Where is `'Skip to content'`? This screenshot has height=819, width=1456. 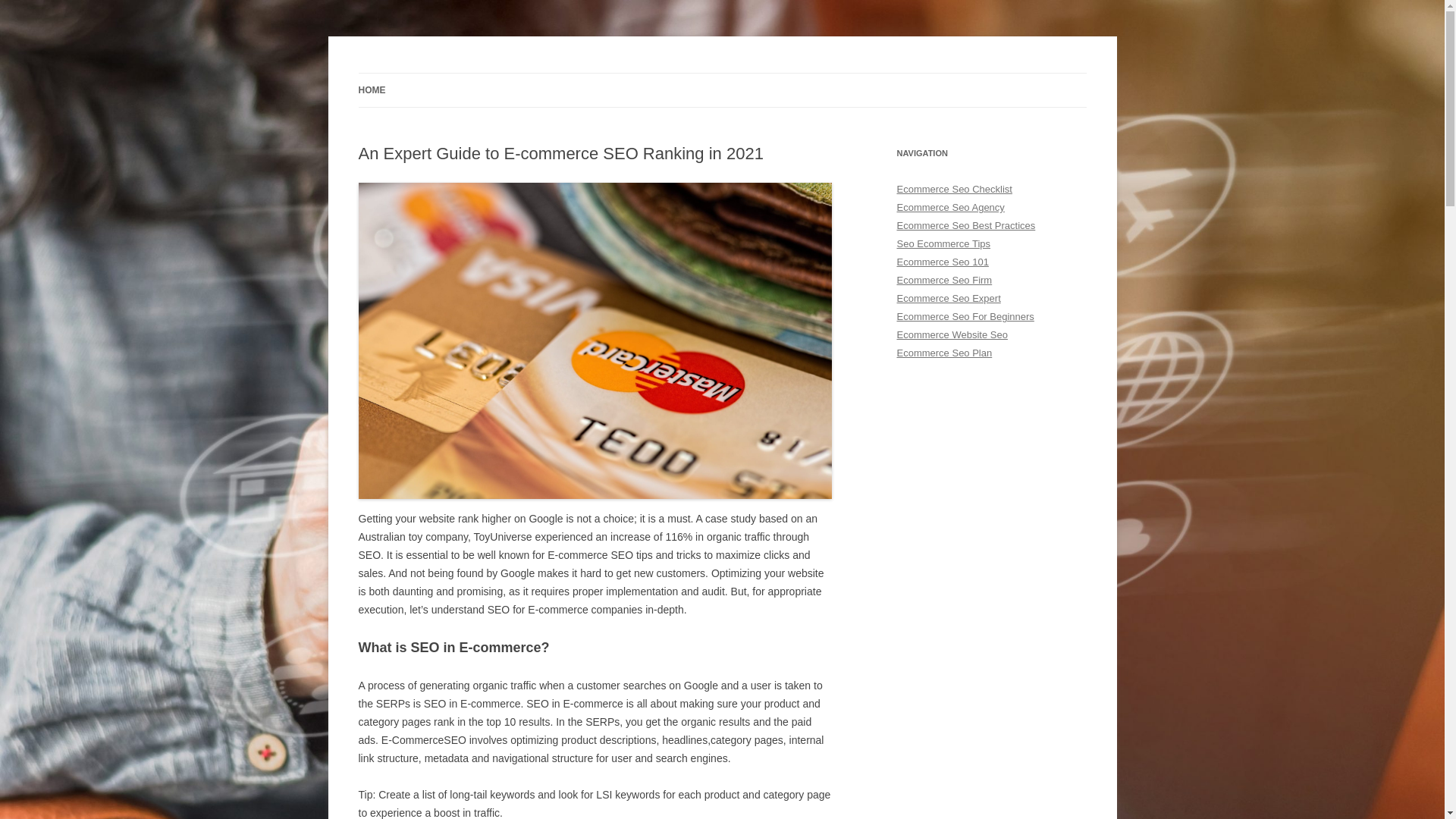 'Skip to content' is located at coordinates (721, 73).